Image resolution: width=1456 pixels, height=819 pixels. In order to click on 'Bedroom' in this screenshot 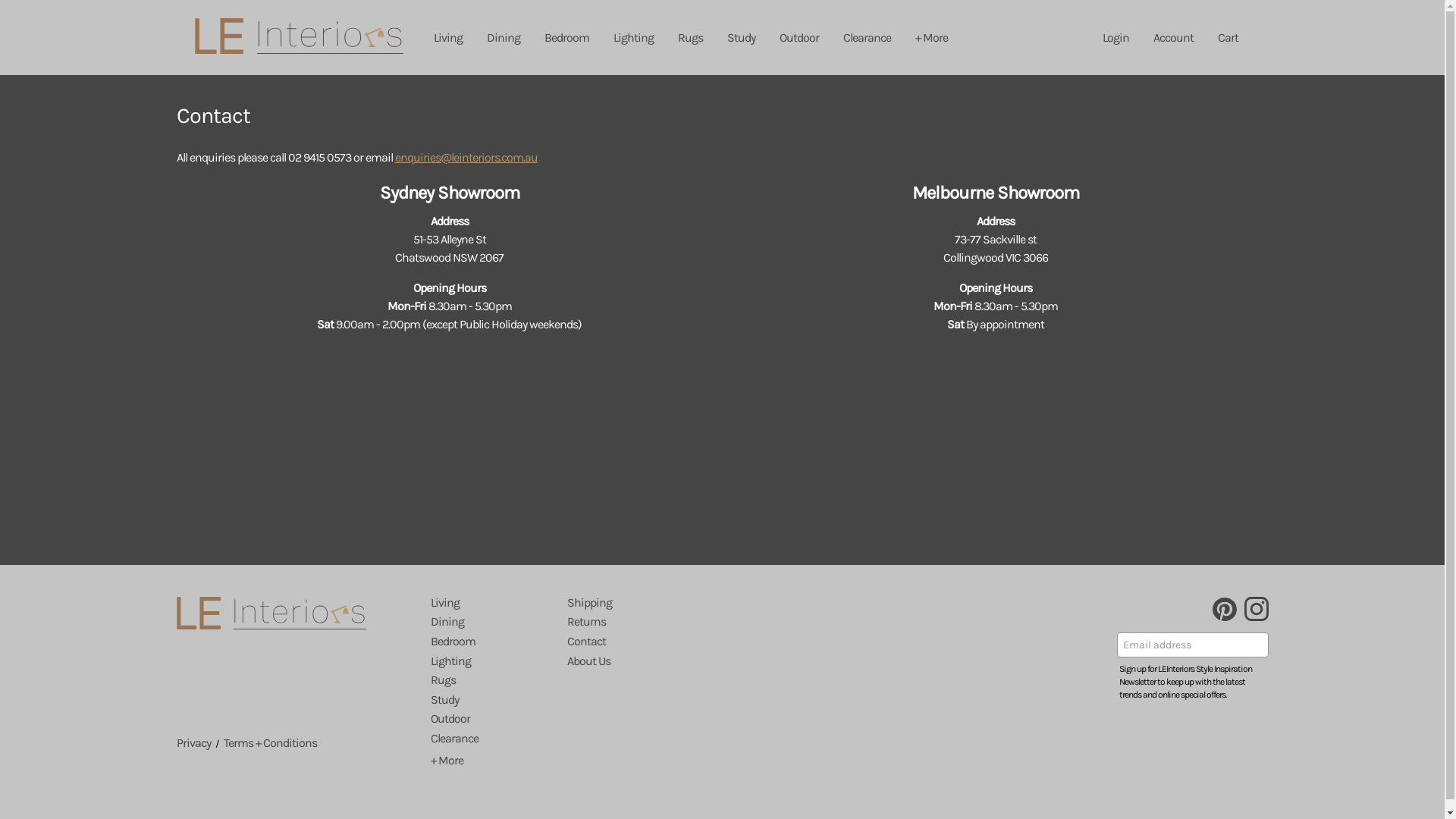, I will do `click(566, 36)`.